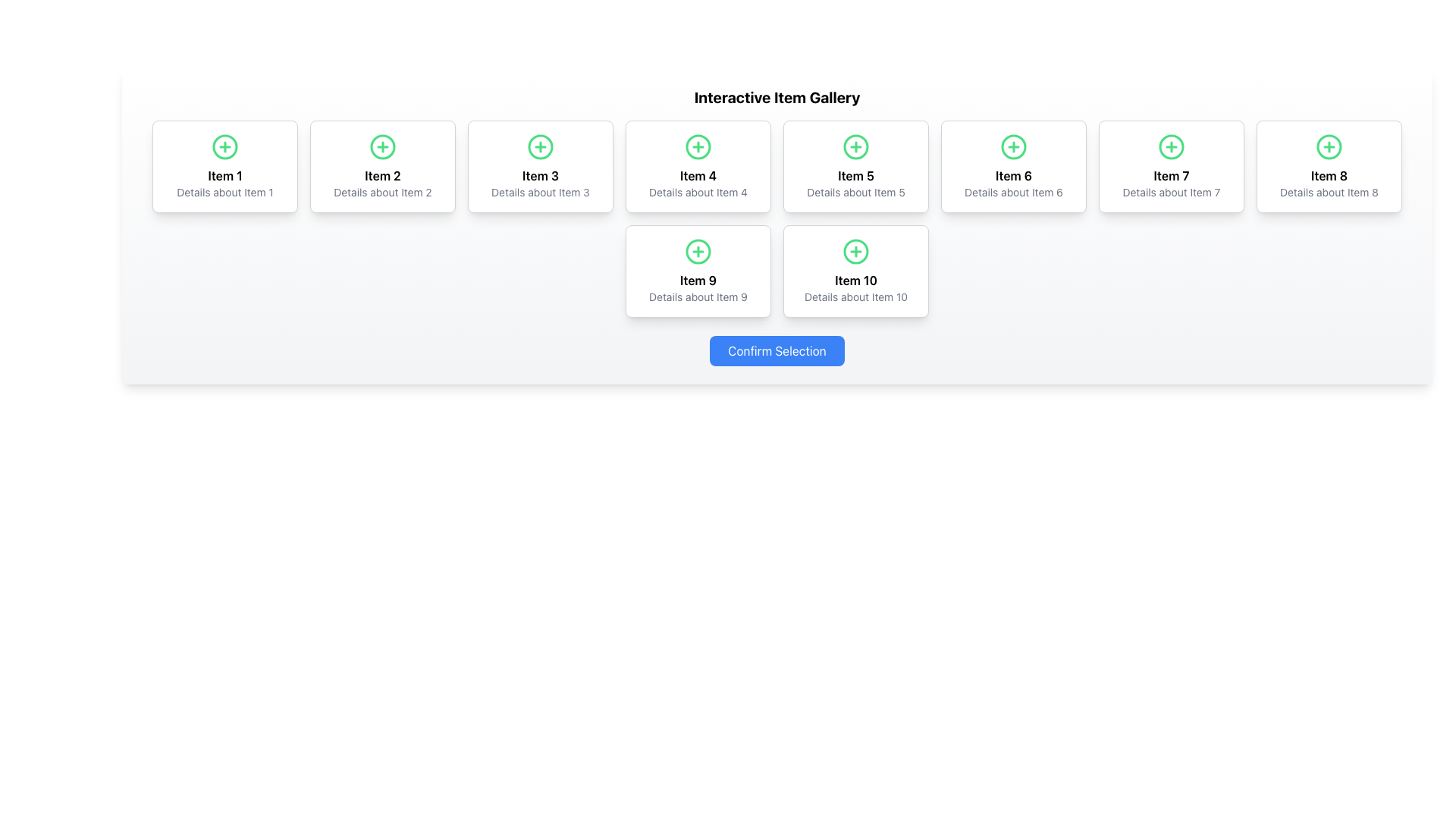  Describe the element at coordinates (698, 166) in the screenshot. I see `the information display card for 'Item 4', which is the fourth element in a horizontally aligned grid of ten elements, located at the center of the top row` at that location.